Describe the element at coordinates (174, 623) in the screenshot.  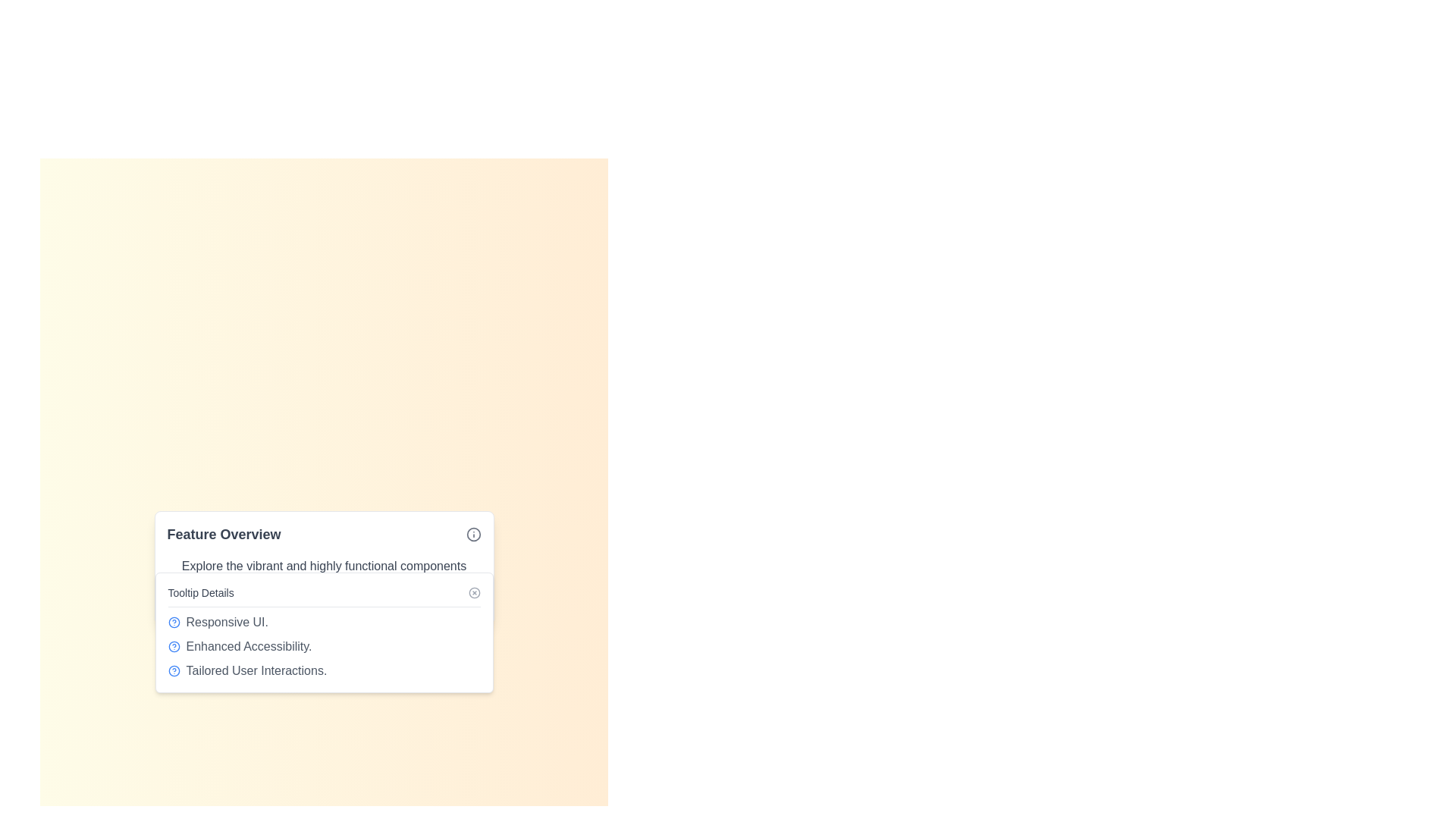
I see `the central circular portion of the help icon, which has a blue outline and filled blue color, located below the heading 'Feature Overview'` at that location.